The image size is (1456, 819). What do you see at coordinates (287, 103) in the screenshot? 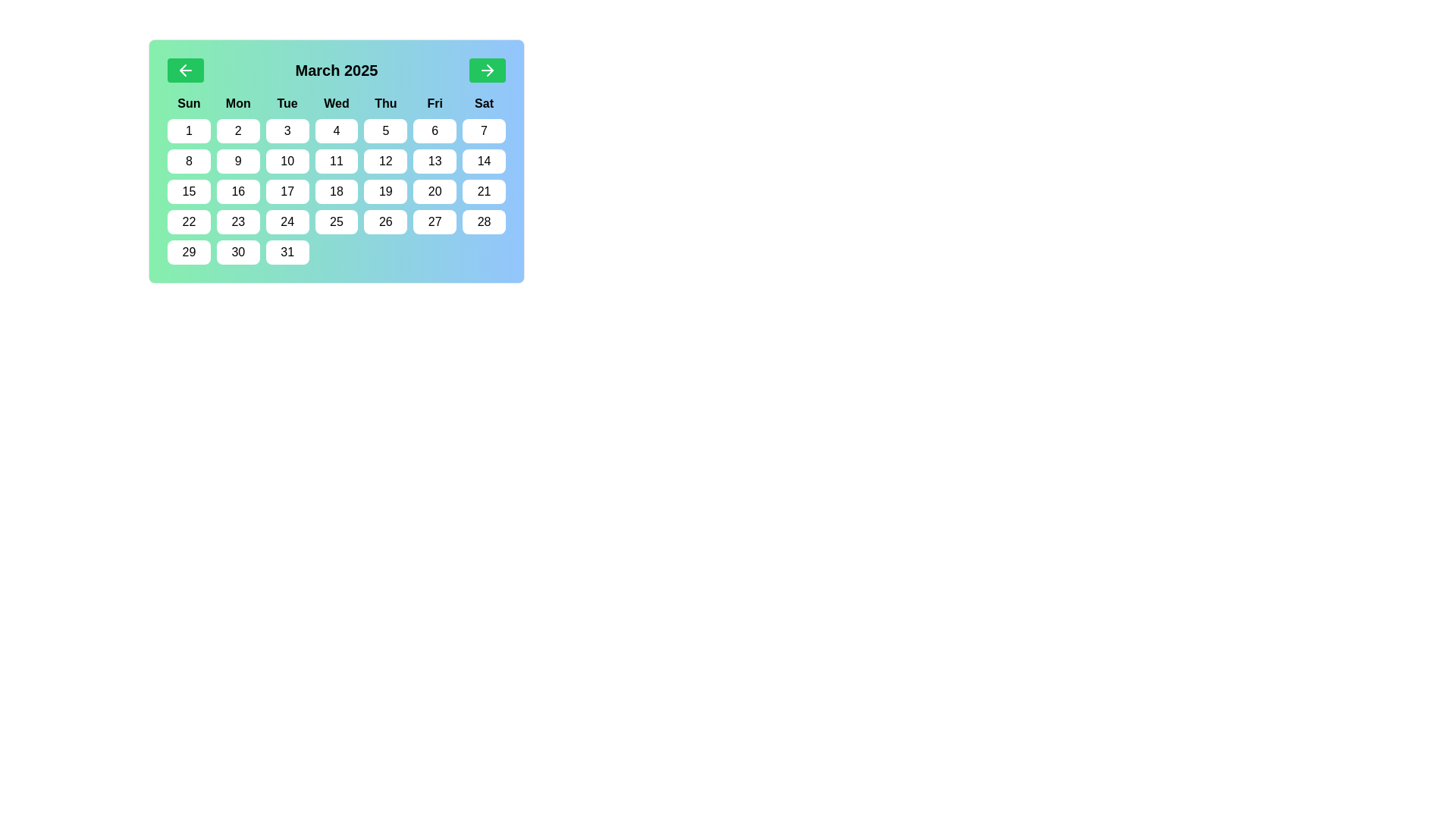
I see `the static text label reading 'Tue', which is the third item in a row of weekday labels, located within a calendar-like layout` at bounding box center [287, 103].